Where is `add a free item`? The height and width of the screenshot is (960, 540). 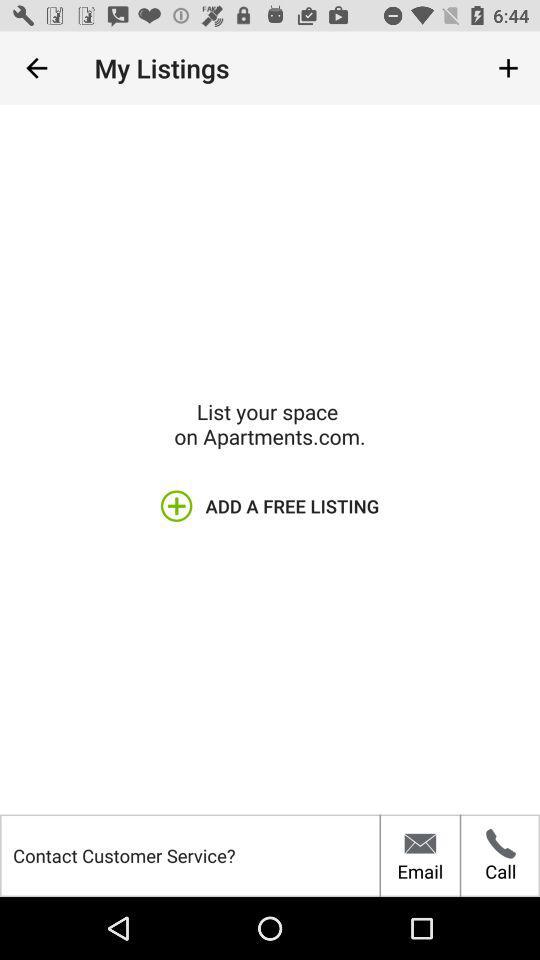
add a free item is located at coordinates (270, 505).